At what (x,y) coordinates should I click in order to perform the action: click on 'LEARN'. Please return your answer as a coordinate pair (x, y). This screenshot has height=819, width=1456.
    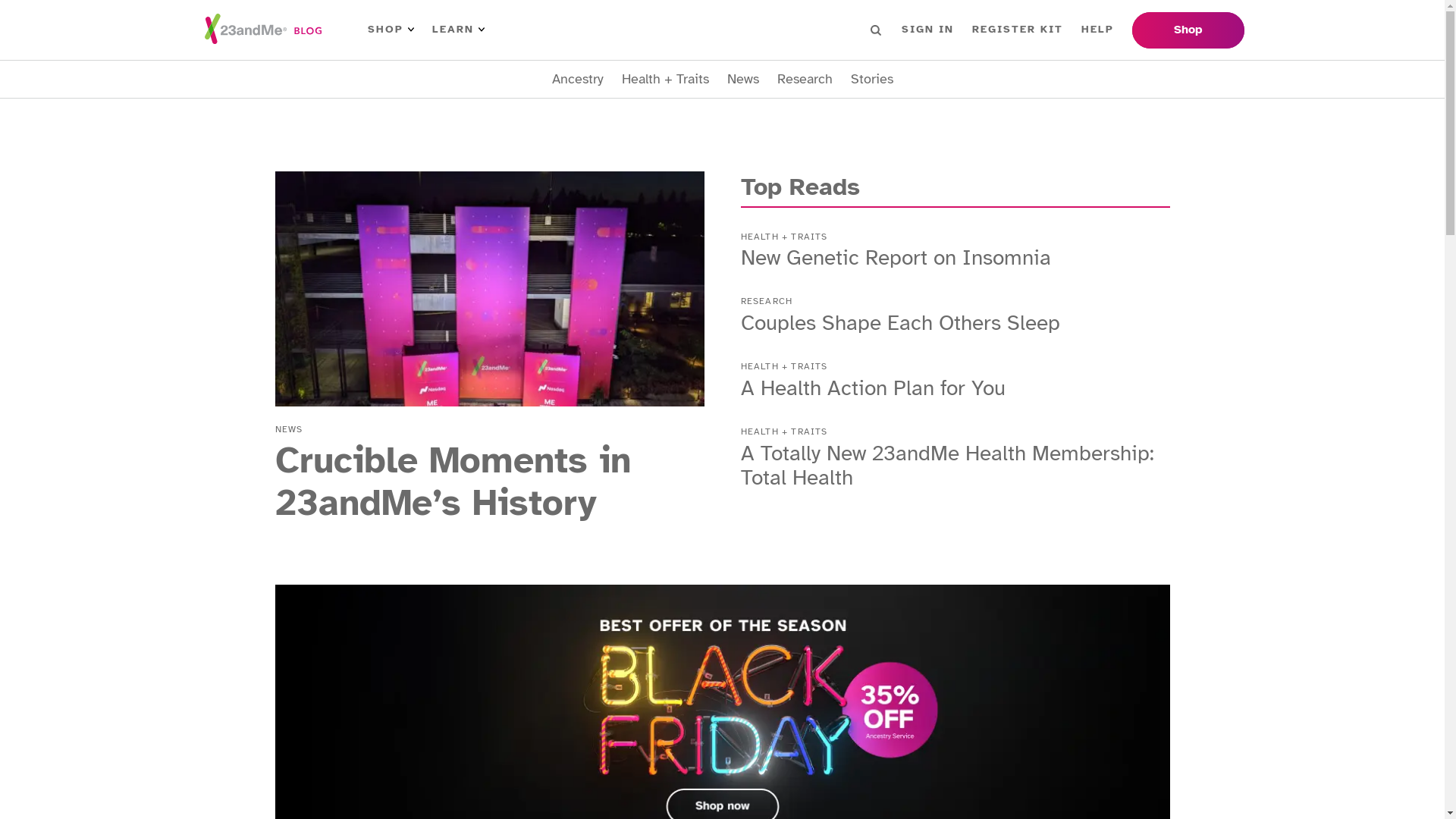
    Looking at the image, I should click on (457, 29).